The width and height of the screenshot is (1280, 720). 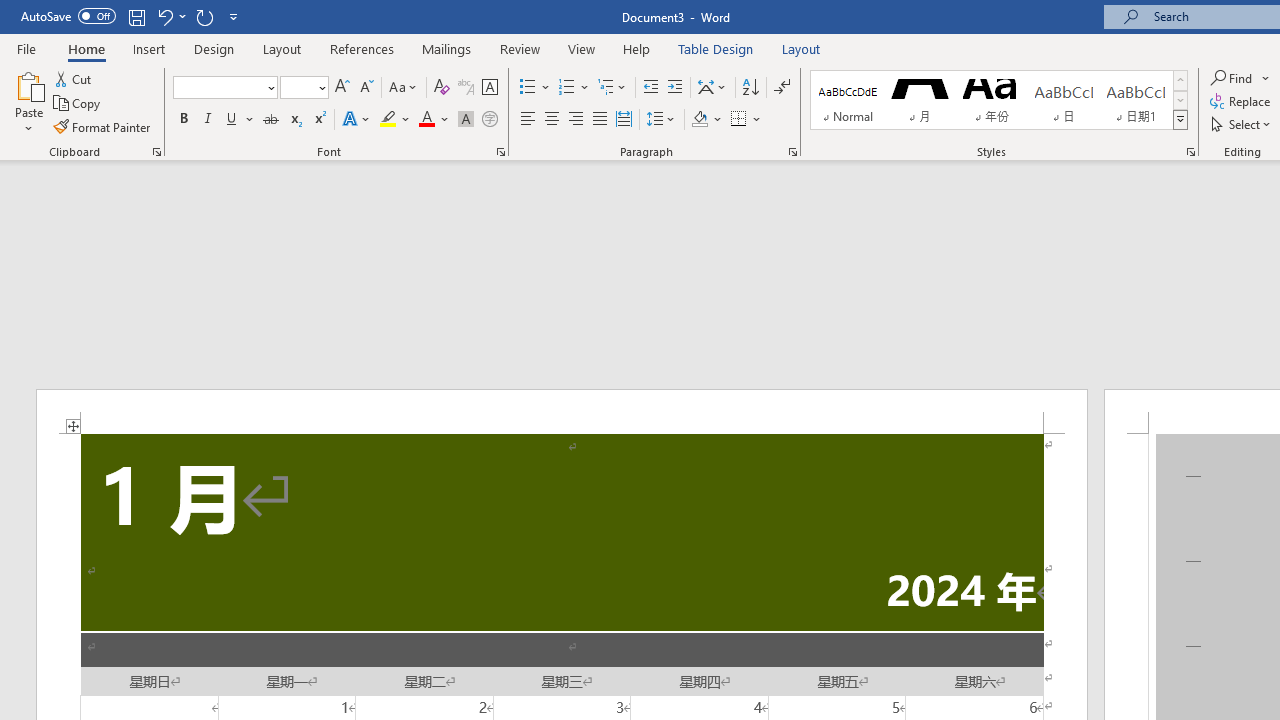 What do you see at coordinates (342, 86) in the screenshot?
I see `'Grow Font'` at bounding box center [342, 86].